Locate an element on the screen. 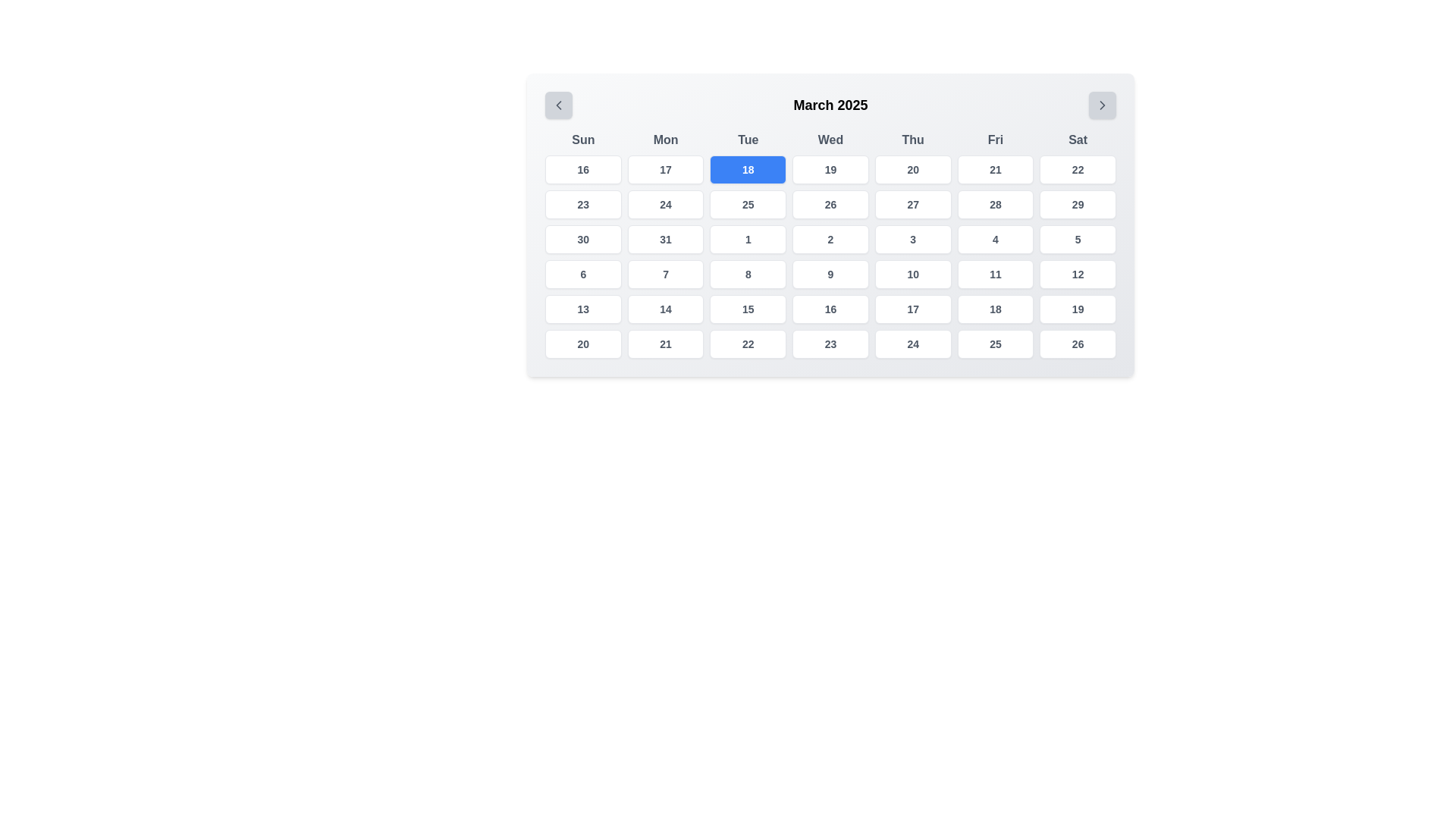 The height and width of the screenshot is (819, 1456). the button representing the 19th in the calendar view located under 'Wed' in the fourth column is located at coordinates (830, 169).